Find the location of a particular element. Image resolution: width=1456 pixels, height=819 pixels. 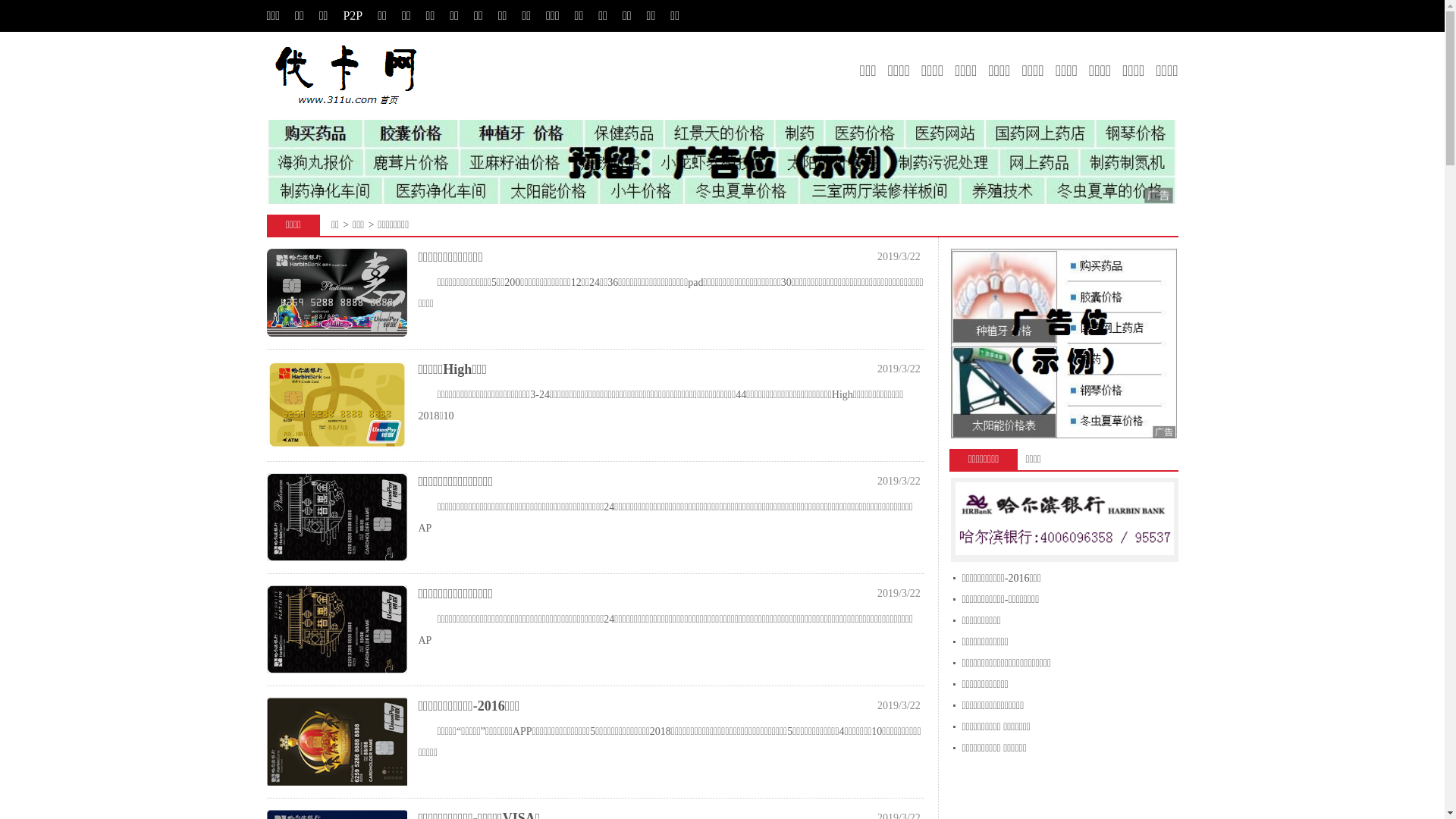

'P2P' is located at coordinates (341, 15).